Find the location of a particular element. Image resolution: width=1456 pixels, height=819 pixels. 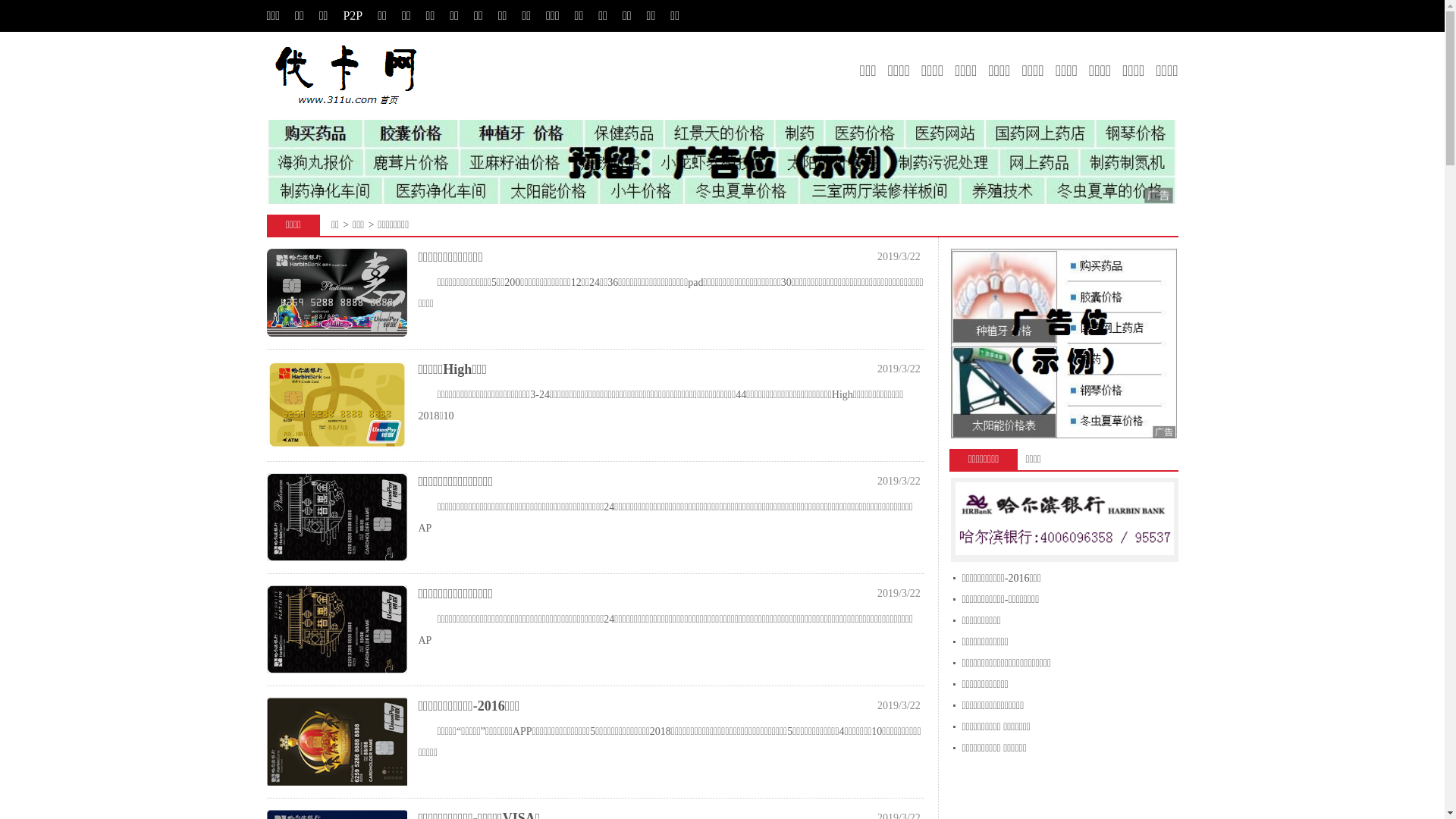

'P2P' is located at coordinates (341, 15).